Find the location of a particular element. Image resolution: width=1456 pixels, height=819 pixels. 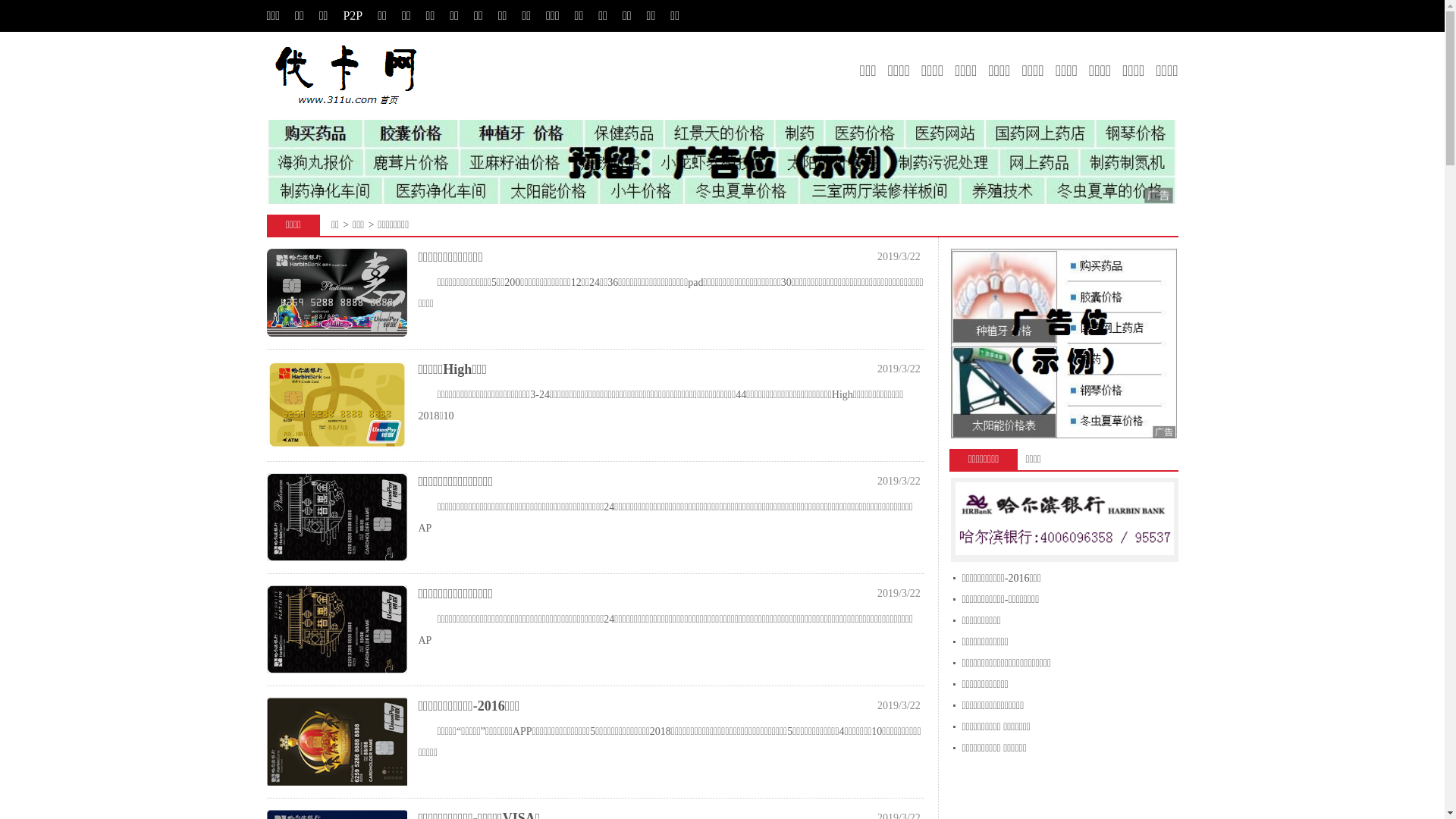

'P2P' is located at coordinates (341, 15).